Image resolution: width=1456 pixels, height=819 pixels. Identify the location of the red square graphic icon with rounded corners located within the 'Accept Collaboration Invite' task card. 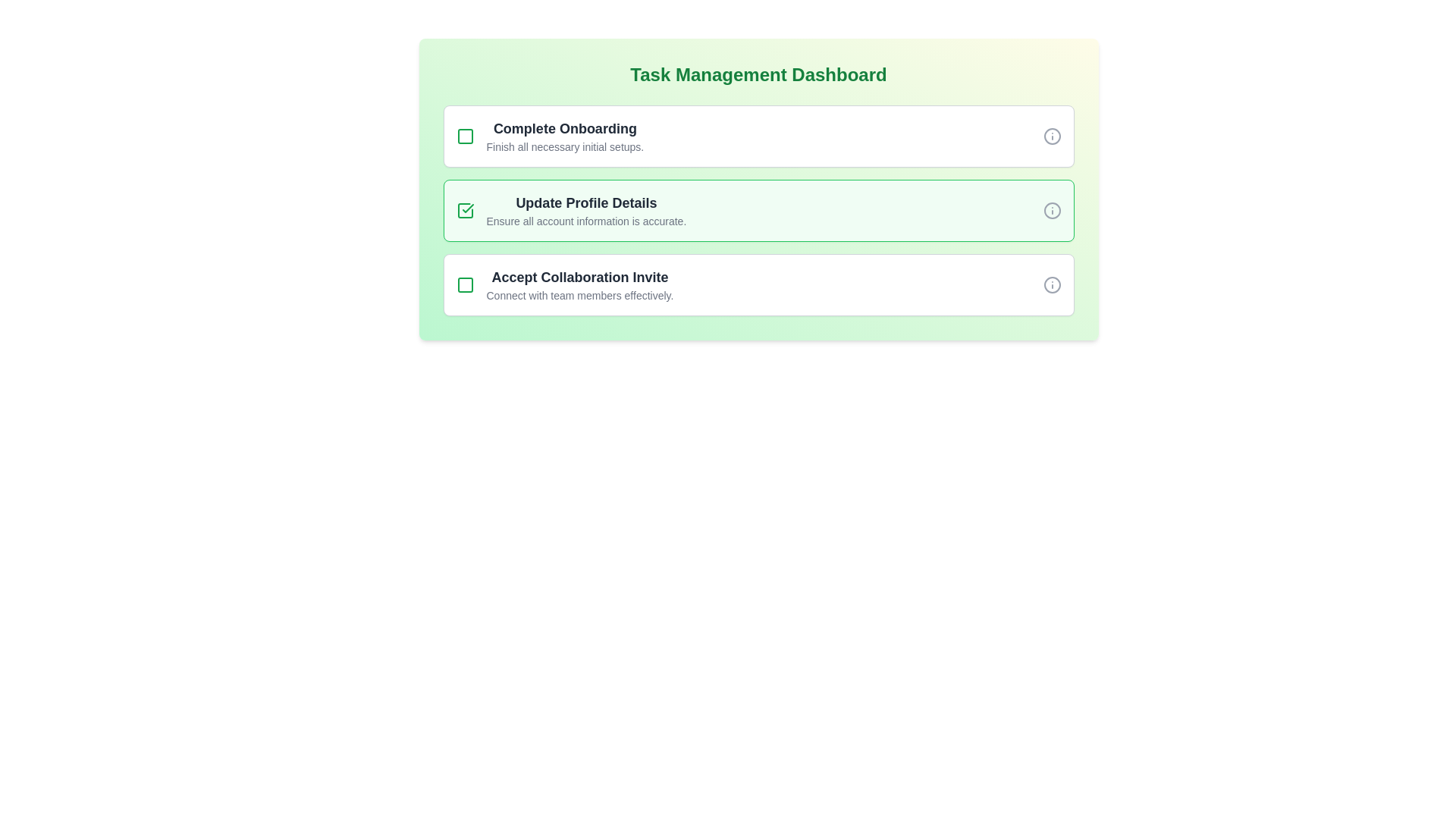
(464, 284).